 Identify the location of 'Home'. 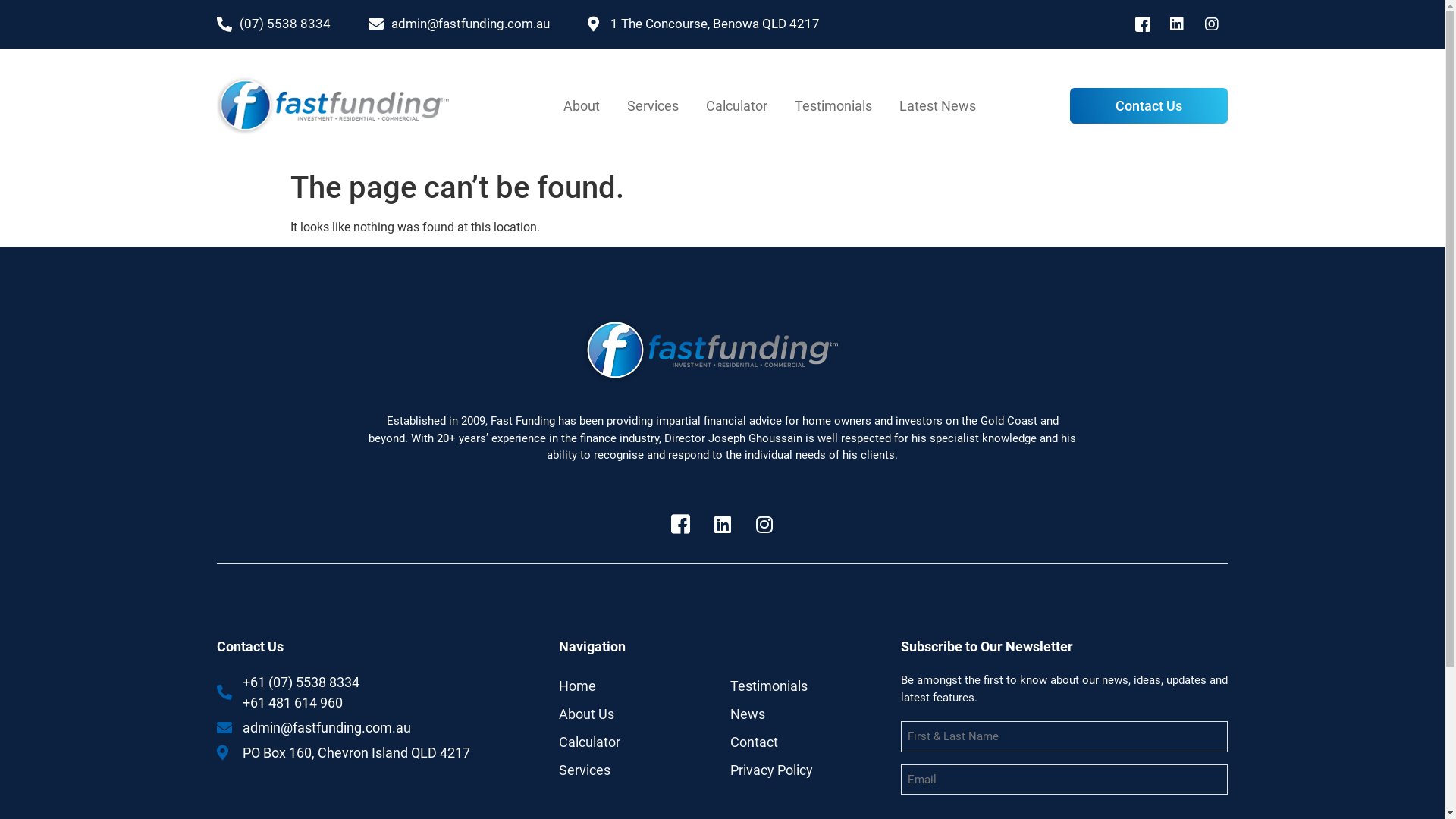
(637, 686).